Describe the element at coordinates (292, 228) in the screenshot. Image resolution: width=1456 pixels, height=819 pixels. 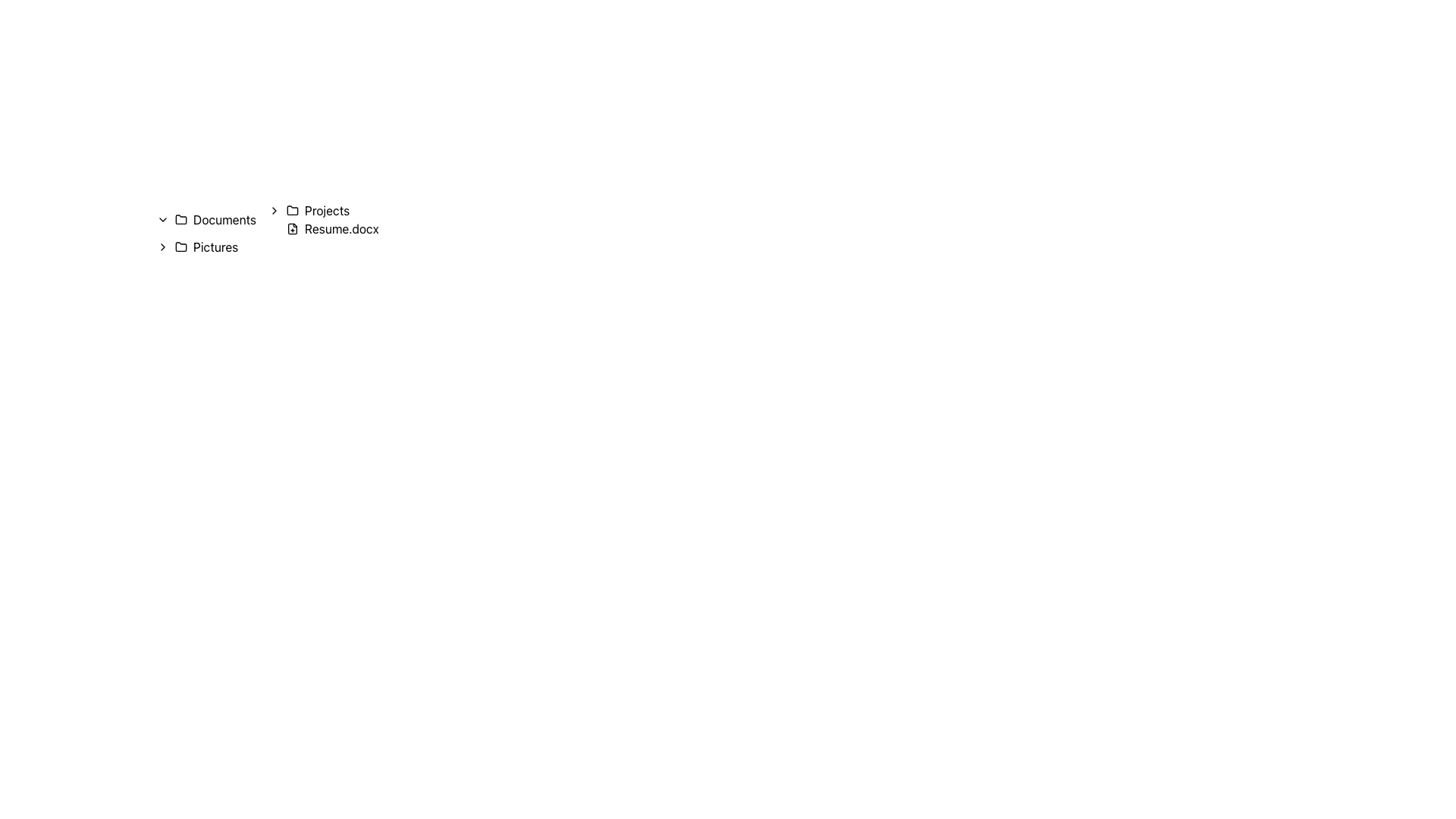
I see `the small document icon with a plus sign, which is located to the left of the text 'Resume.docx' within the 'Projects' list` at that location.